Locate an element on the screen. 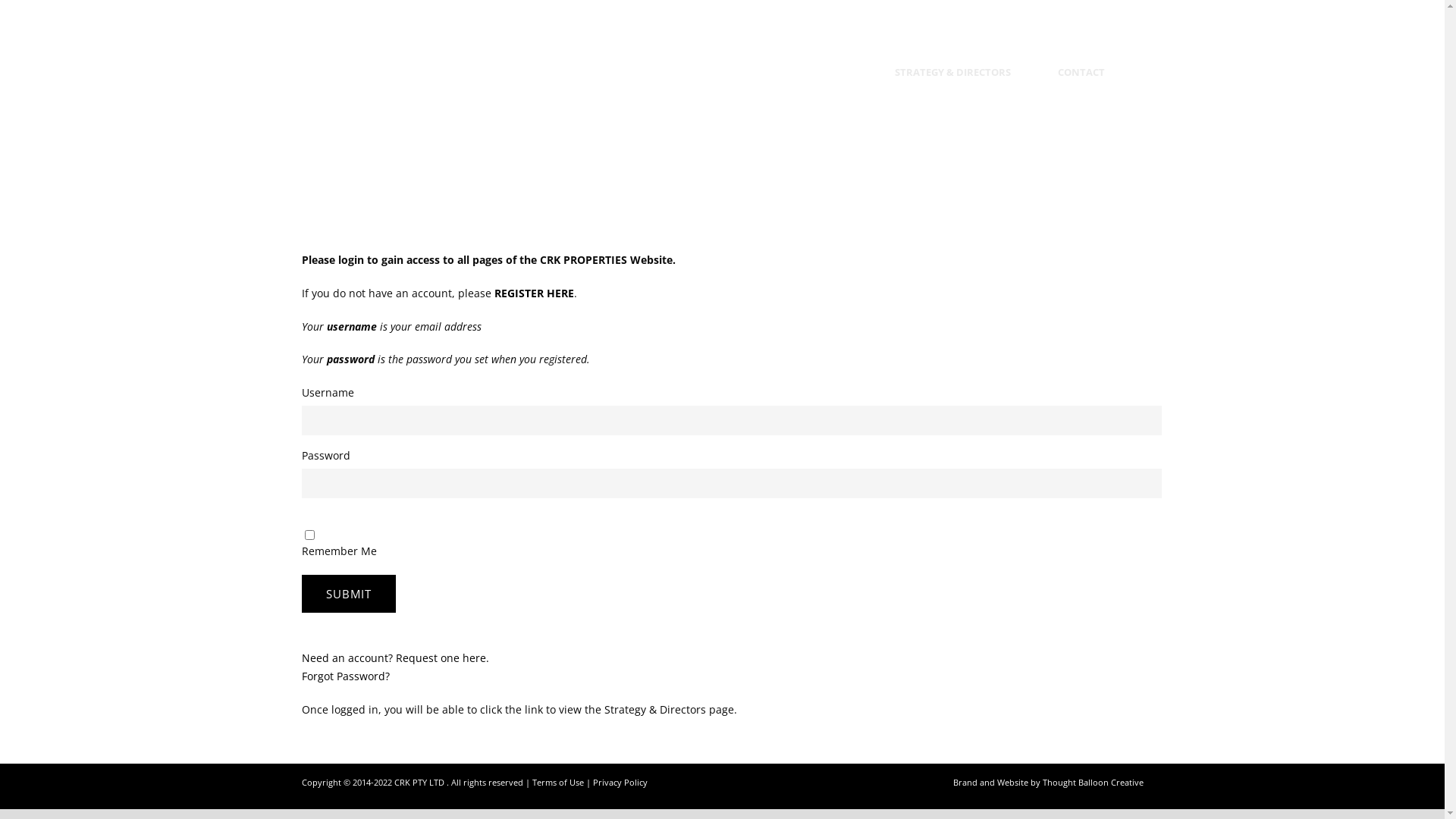  'Privacy Policy' is located at coordinates (620, 782).